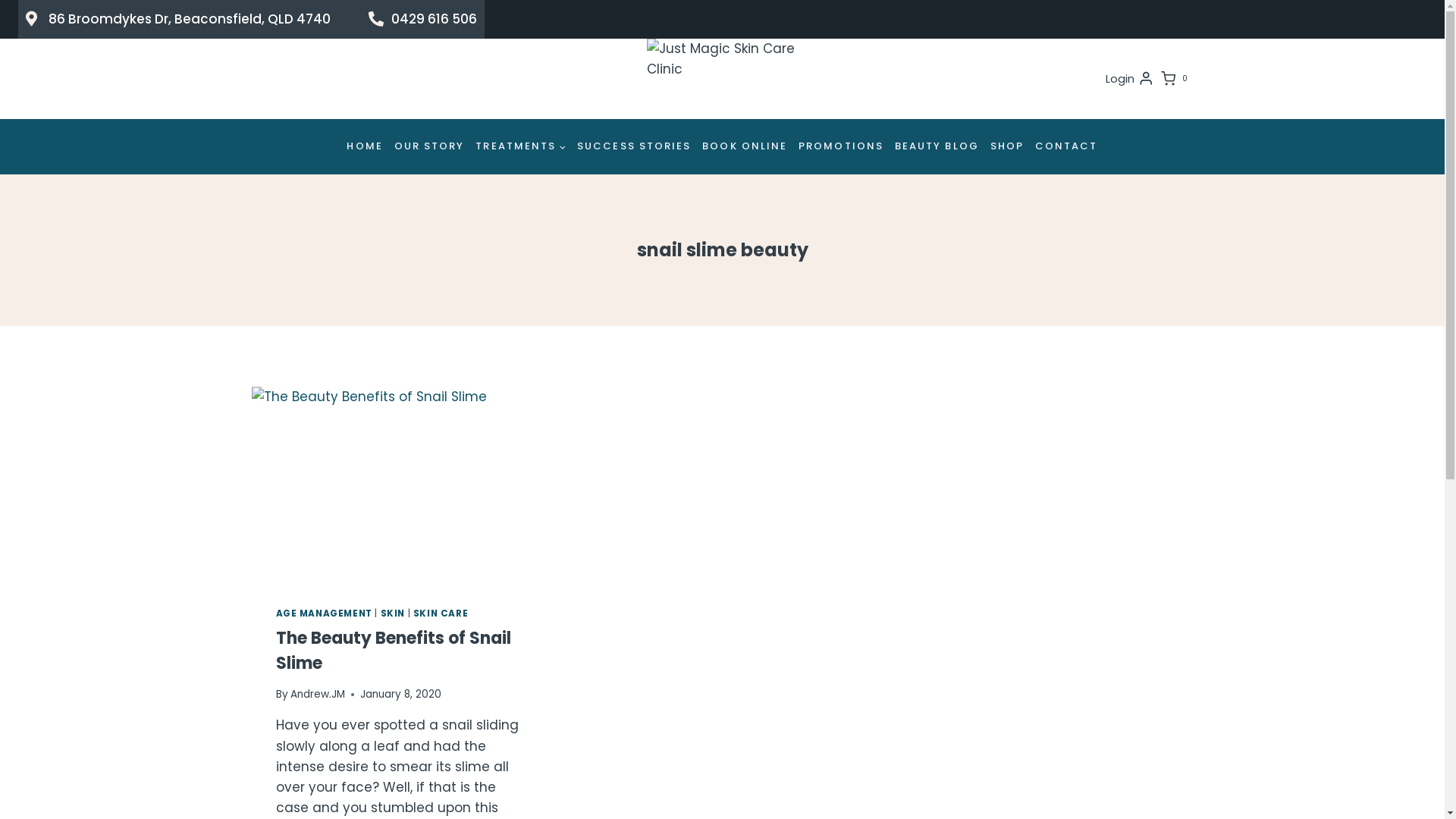  I want to click on 'AGE MANAGEMENT', so click(323, 613).